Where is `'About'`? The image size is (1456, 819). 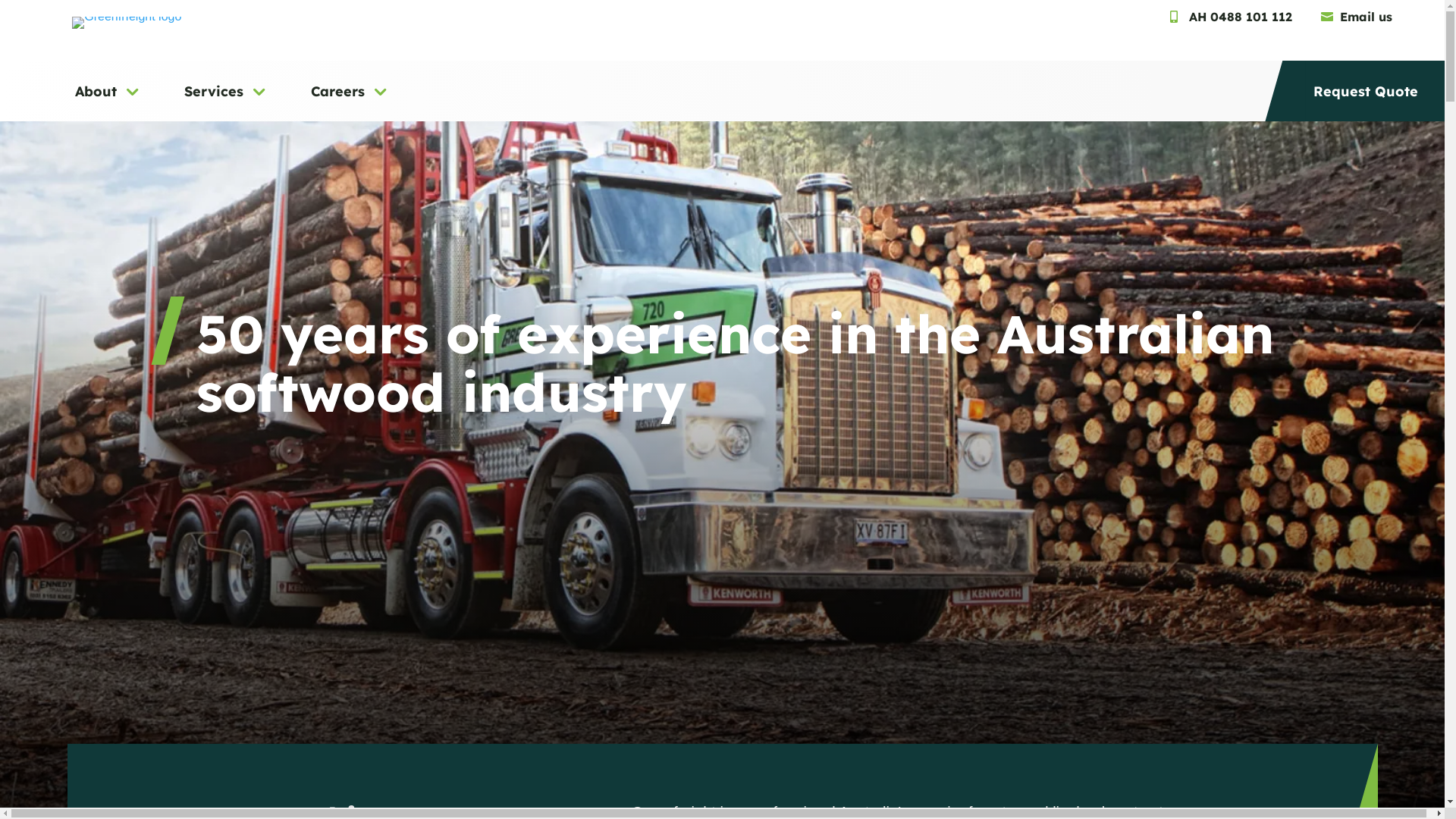 'About' is located at coordinates (108, 99).